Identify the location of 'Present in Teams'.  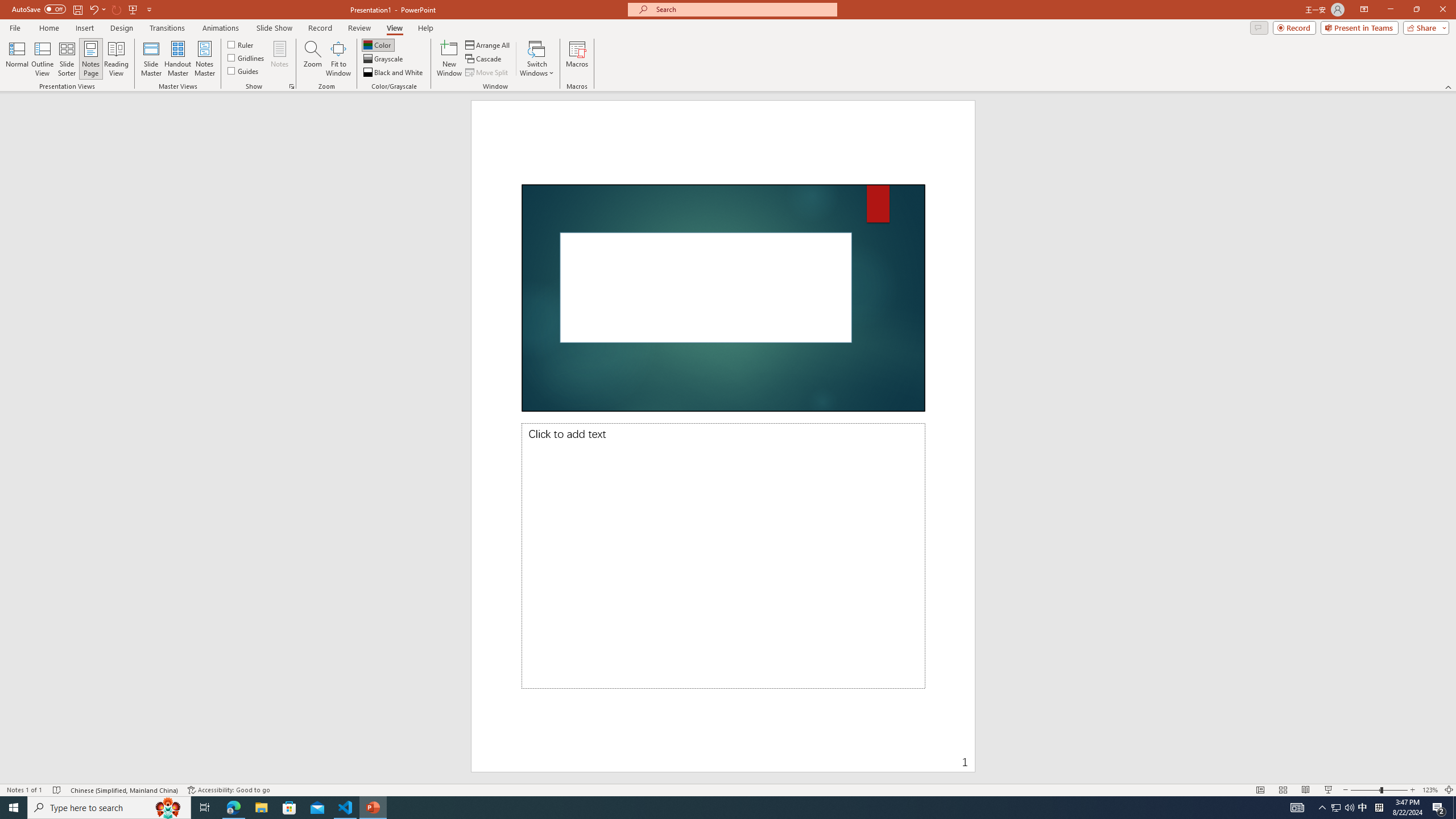
(1359, 27).